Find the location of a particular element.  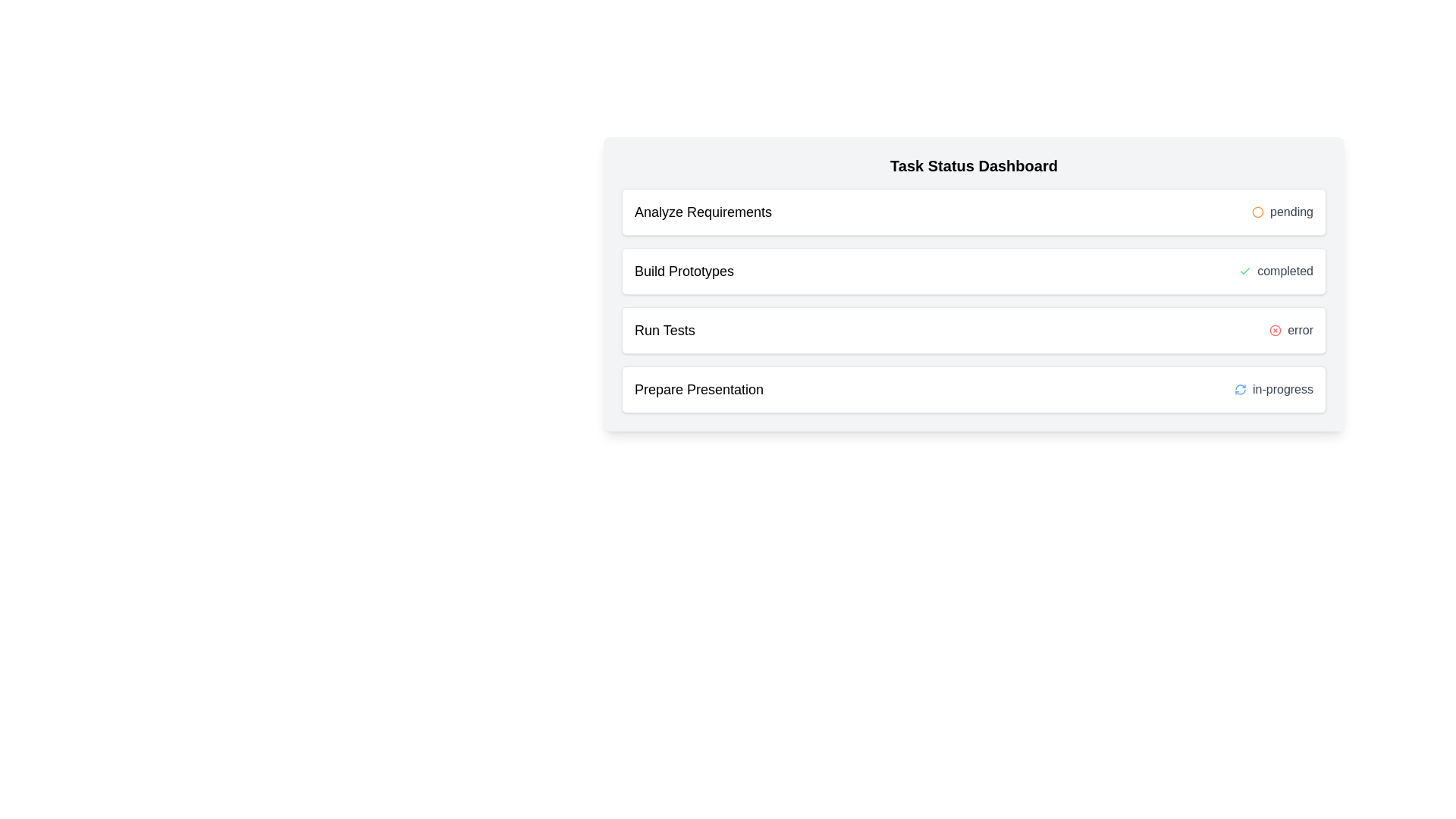

text of the Status indicator labeled 'in-progress' with a circular arrow icon, located in the bottom-right corner of the 'Prepare Presentation' card is located at coordinates (1274, 388).